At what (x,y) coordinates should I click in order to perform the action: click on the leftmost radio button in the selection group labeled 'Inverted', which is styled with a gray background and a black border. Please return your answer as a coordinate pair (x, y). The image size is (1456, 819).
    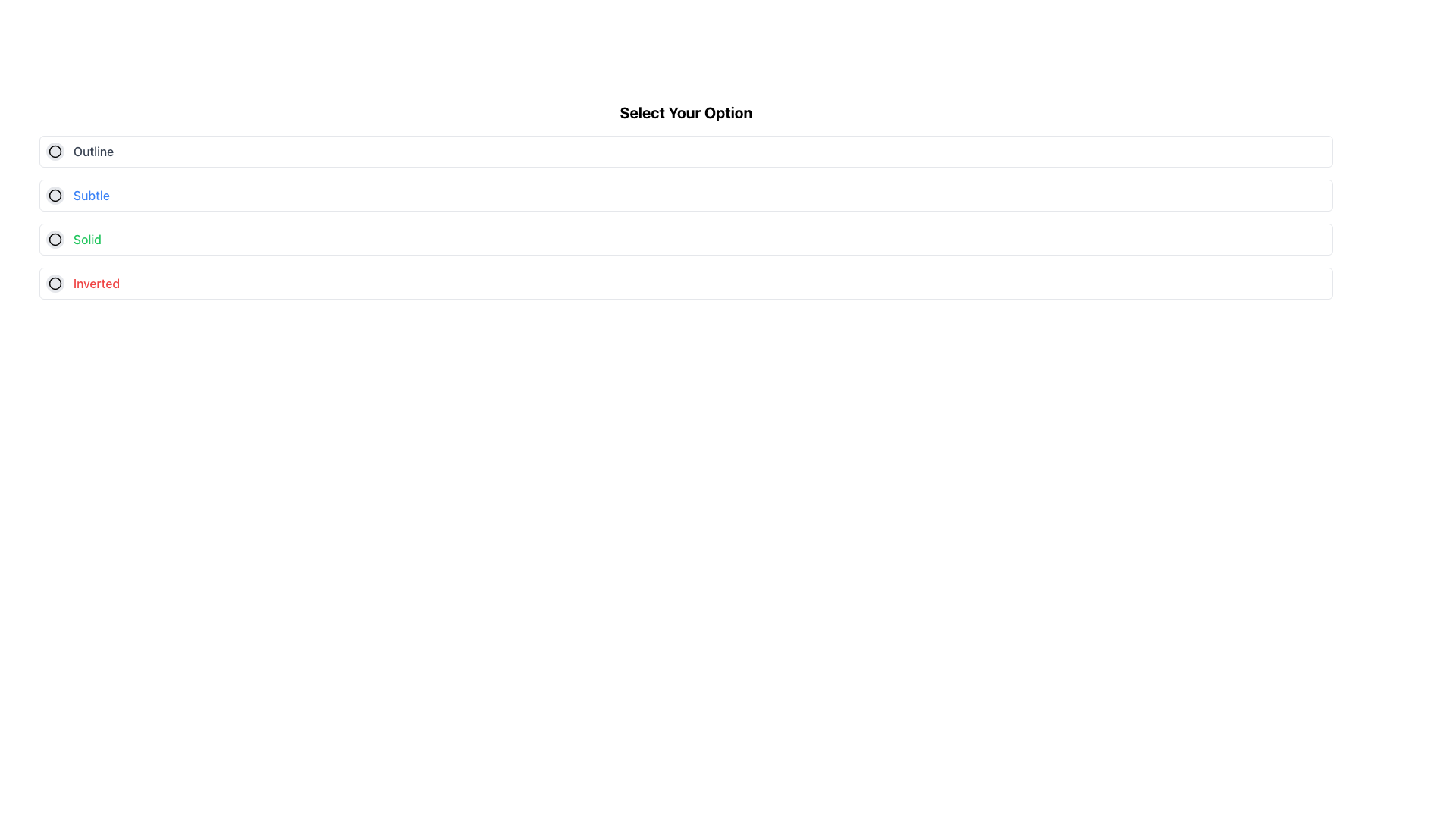
    Looking at the image, I should click on (55, 284).